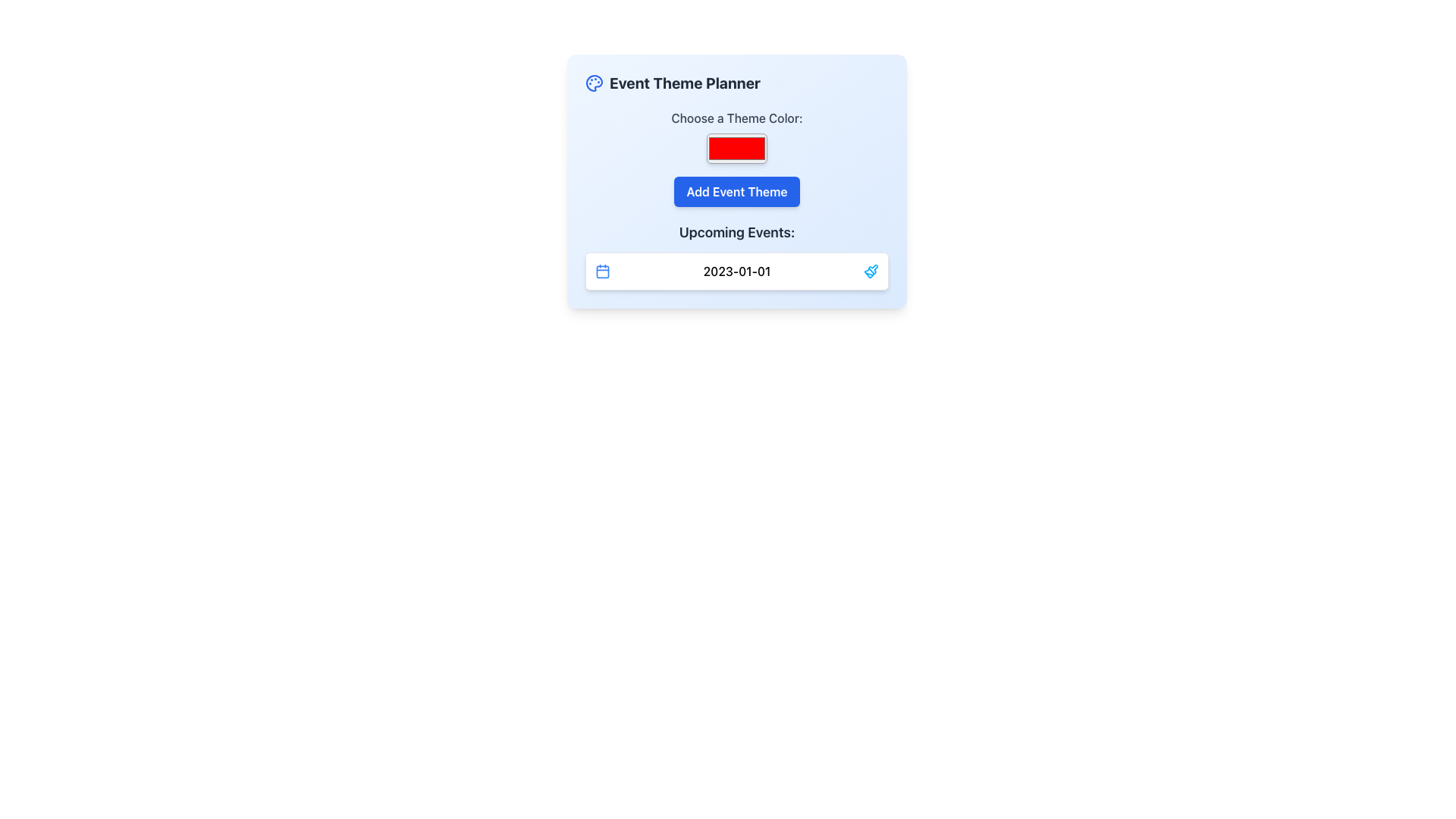 This screenshot has width=1456, height=819. Describe the element at coordinates (593, 83) in the screenshot. I see `the outermost layer of the painter's palette icon in the SVG graphic` at that location.